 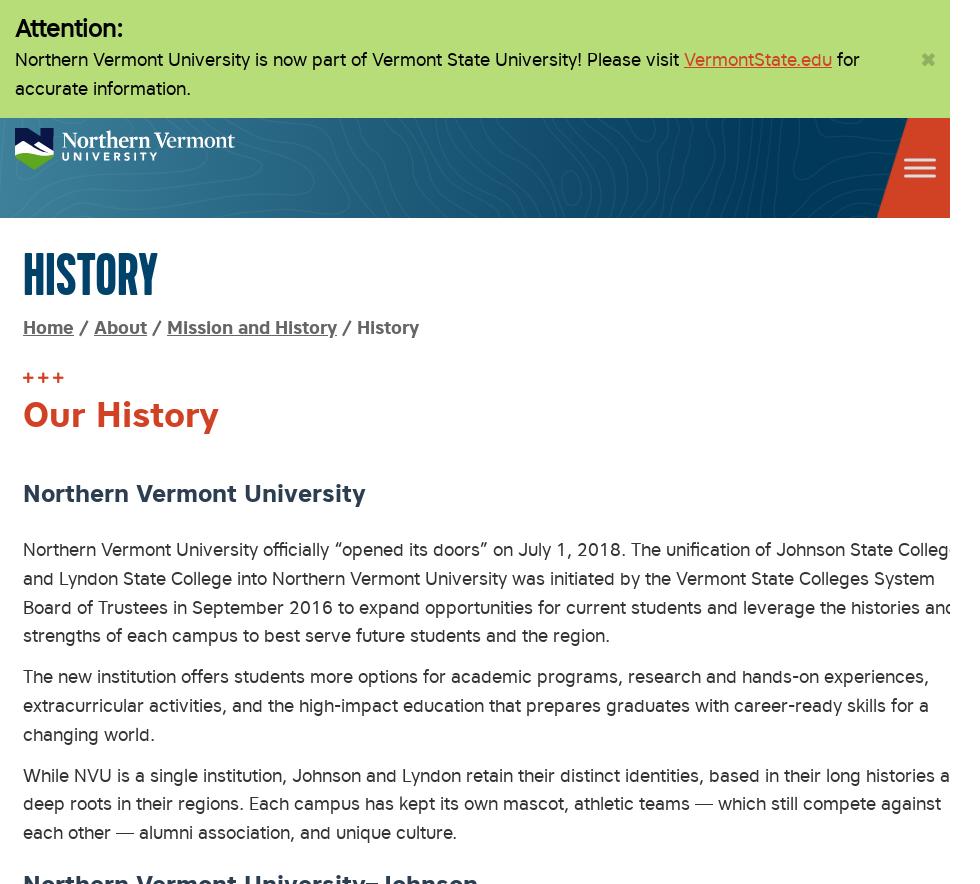 What do you see at coordinates (121, 413) in the screenshot?
I see `'Our History'` at bounding box center [121, 413].